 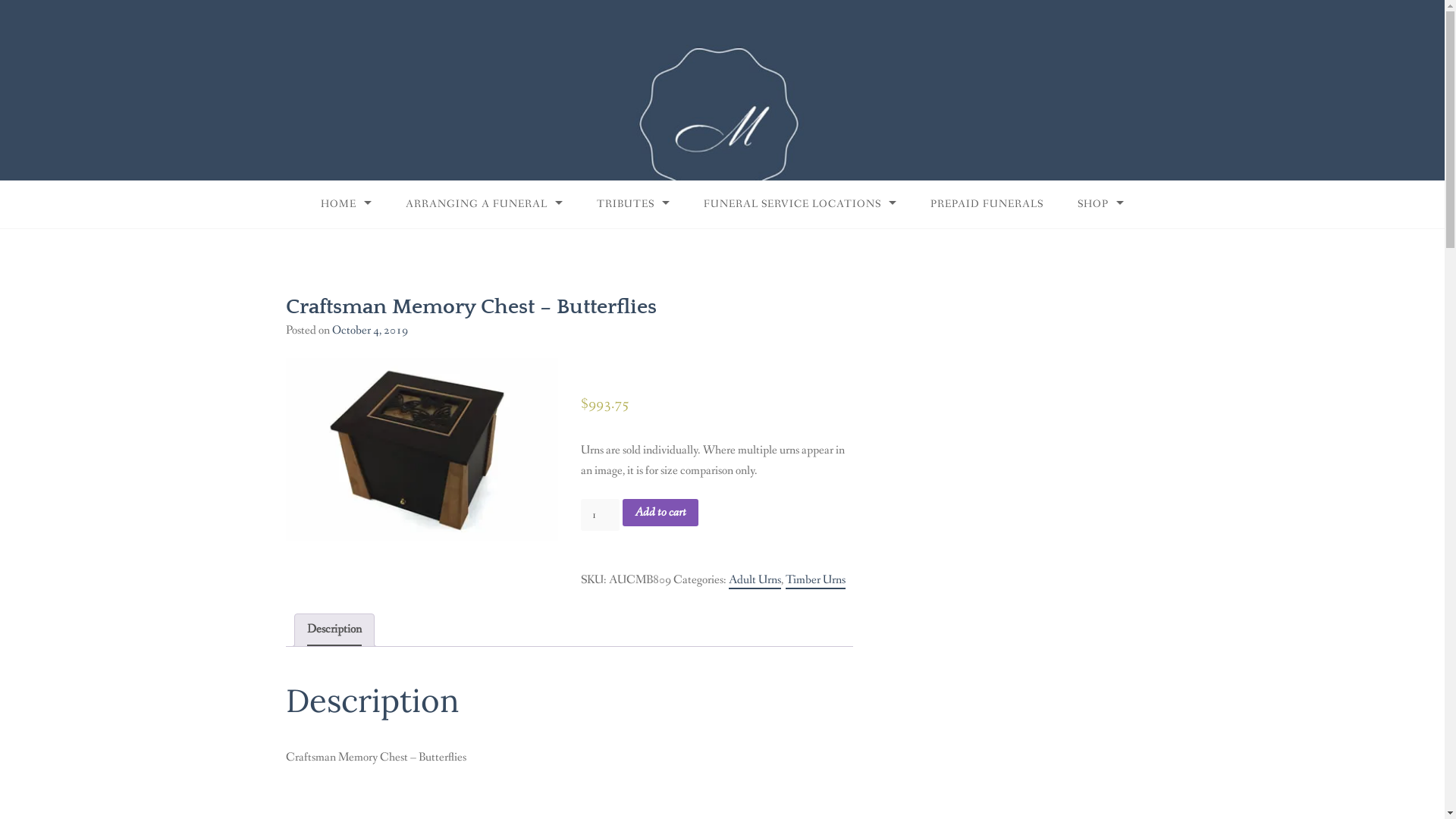 I want to click on 'SHOP', so click(x=1100, y=203).